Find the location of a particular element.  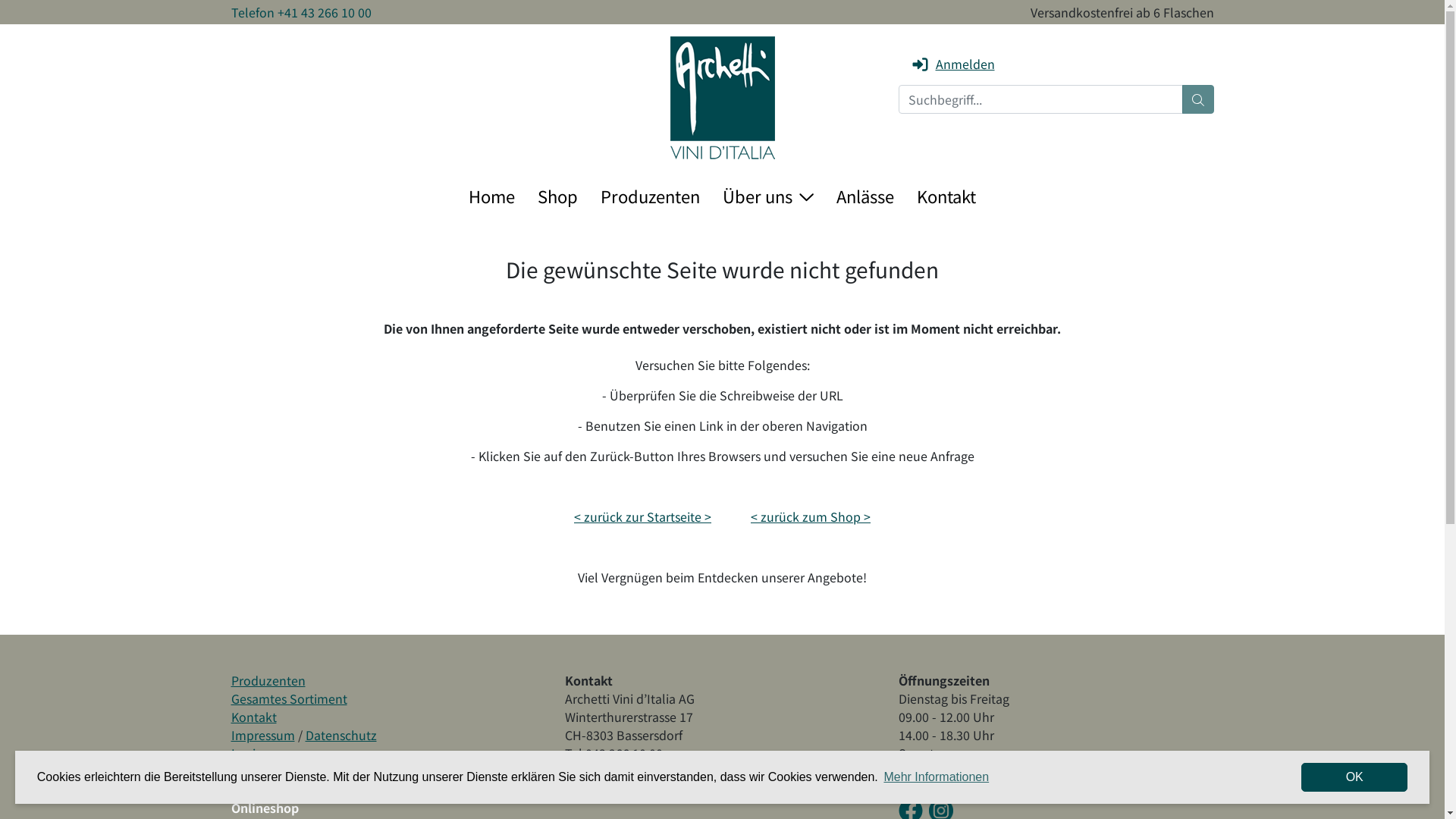

'Shop' is located at coordinates (557, 195).